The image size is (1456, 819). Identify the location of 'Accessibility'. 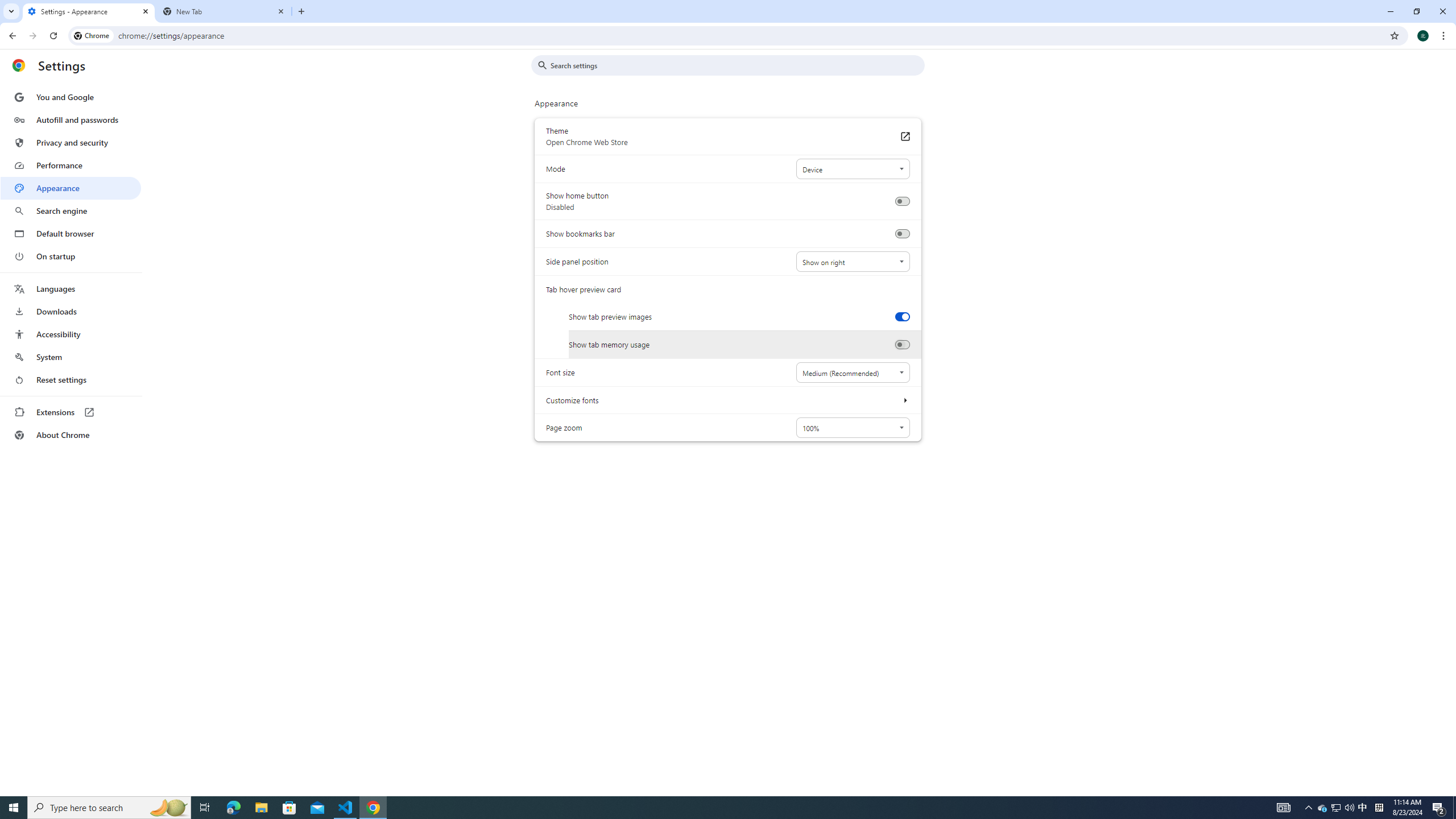
(70, 333).